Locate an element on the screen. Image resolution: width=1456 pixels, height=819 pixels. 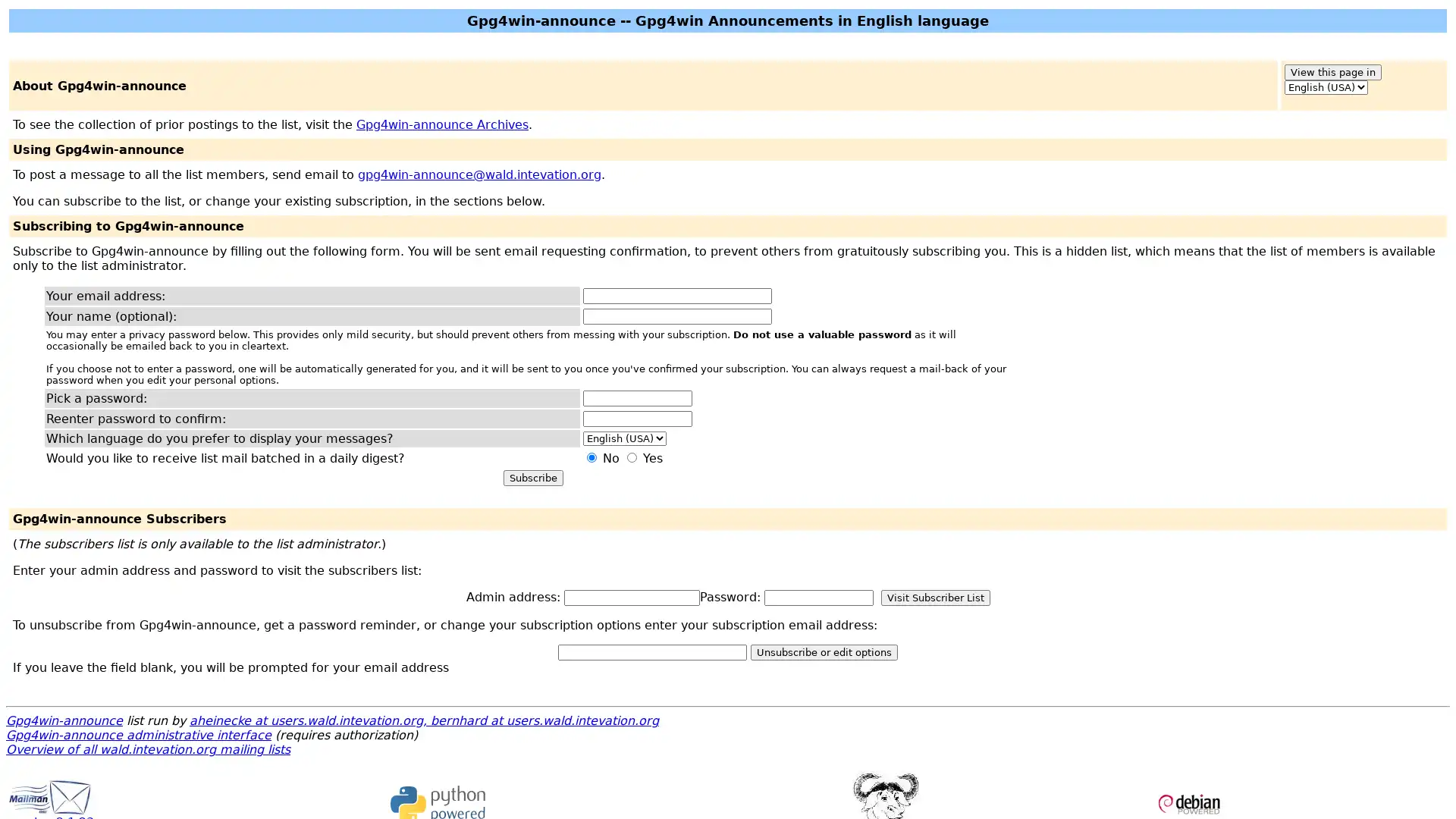
Subscribe is located at coordinates (532, 478).